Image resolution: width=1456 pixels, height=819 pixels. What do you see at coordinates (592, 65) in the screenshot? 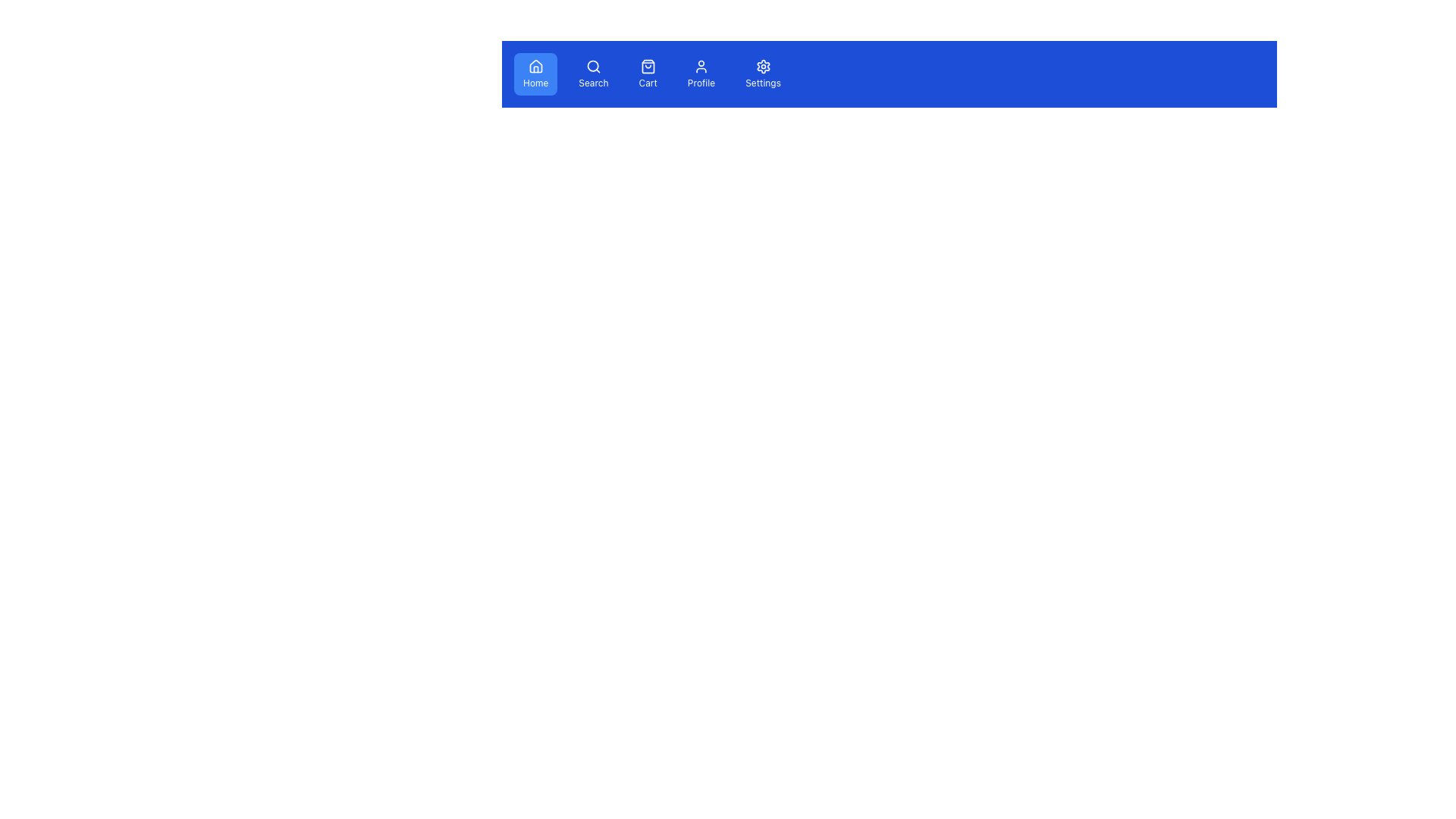
I see `the circular lens of the magnifying glass icon located in the top navigation bar, which is the second icon from the left, between the 'Home' and 'Cart' icons` at bounding box center [592, 65].